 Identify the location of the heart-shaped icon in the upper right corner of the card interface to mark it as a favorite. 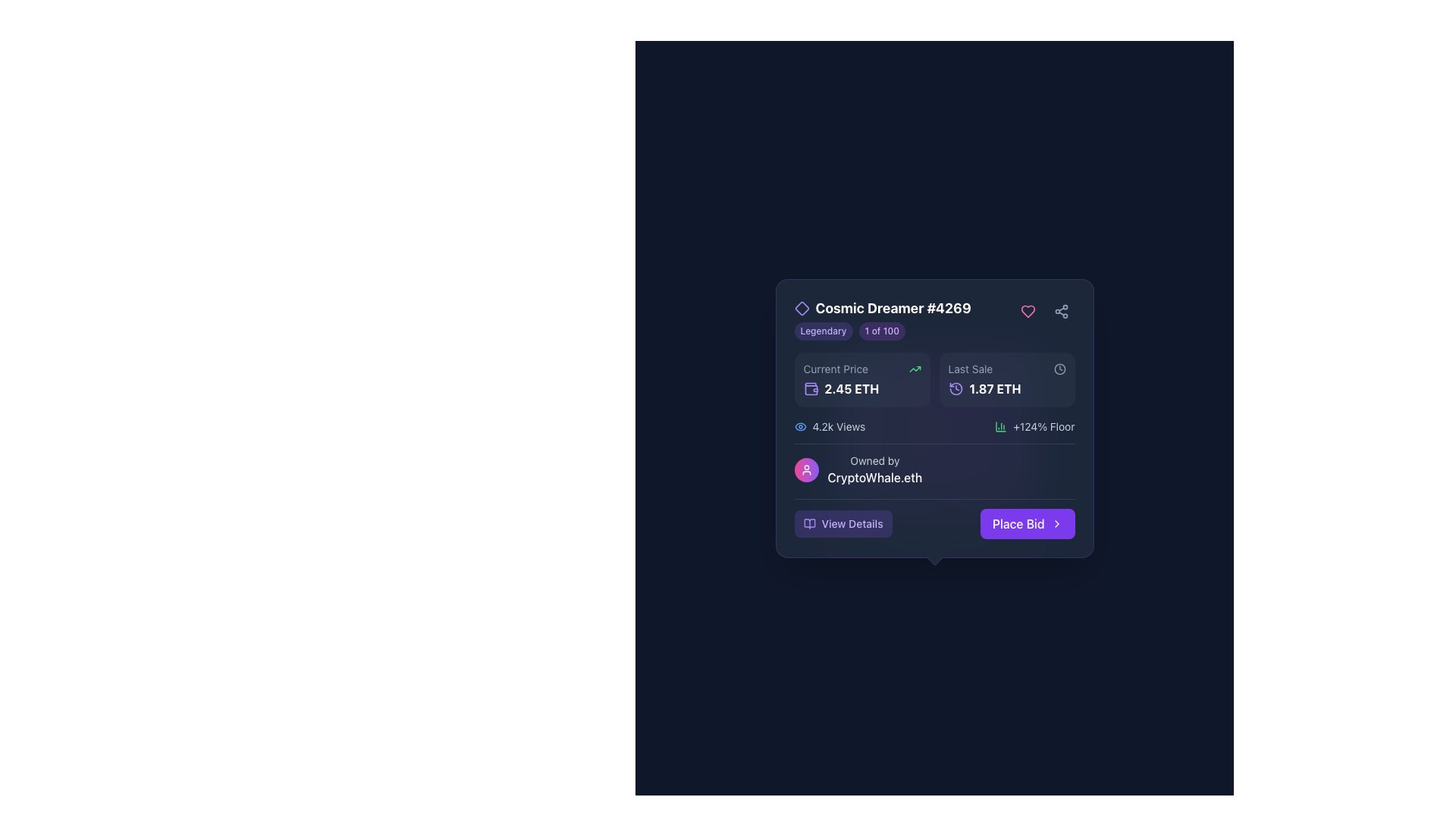
(1028, 311).